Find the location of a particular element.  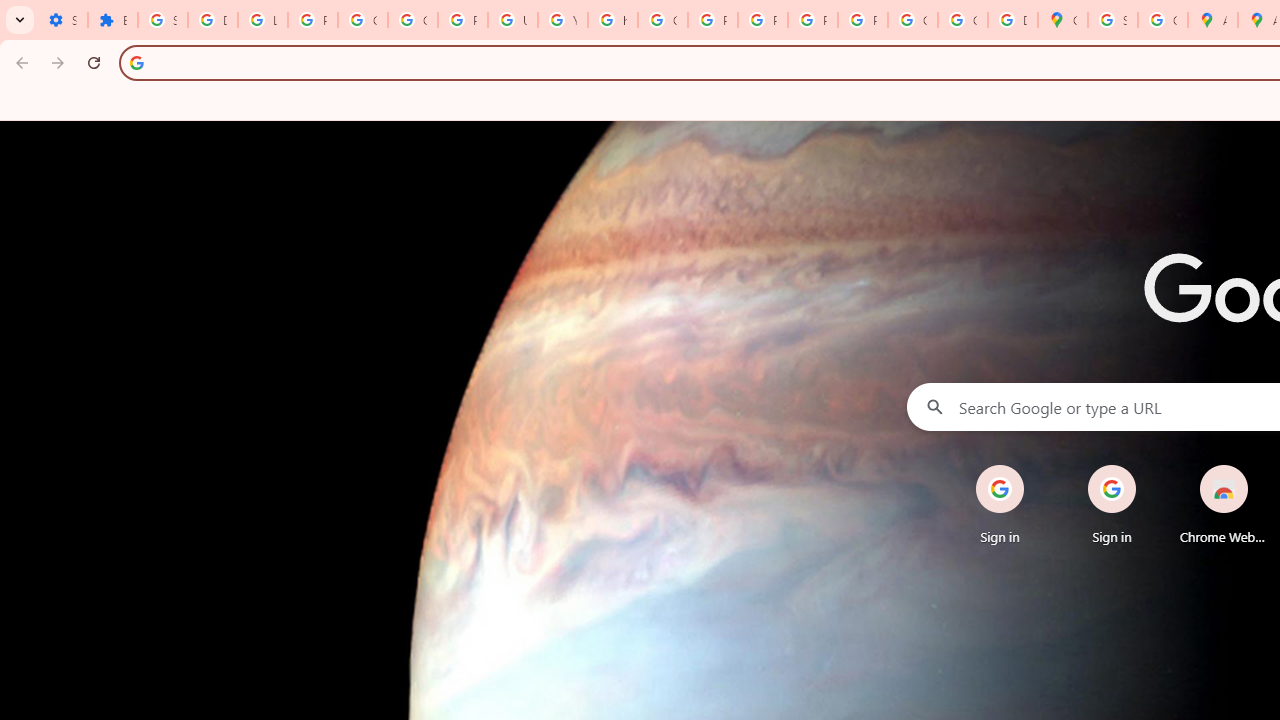

'Learn how to find your photos - Google Photos Help' is located at coordinates (262, 20).